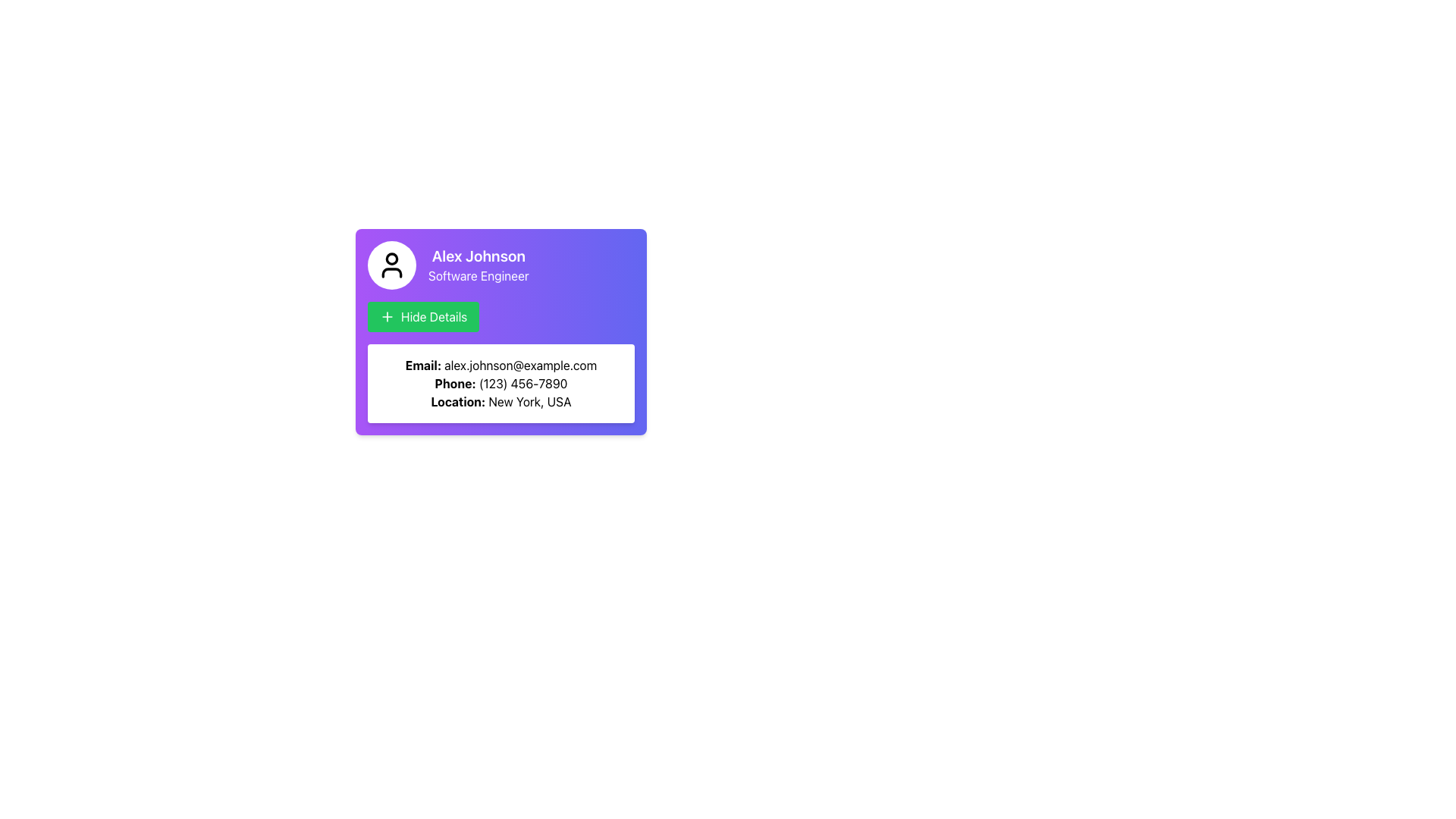 This screenshot has height=819, width=1456. What do you see at coordinates (392, 265) in the screenshot?
I see `the user profile icon located at the top-left corner of the user information card, which features a black silhouette inside a white circular background` at bounding box center [392, 265].